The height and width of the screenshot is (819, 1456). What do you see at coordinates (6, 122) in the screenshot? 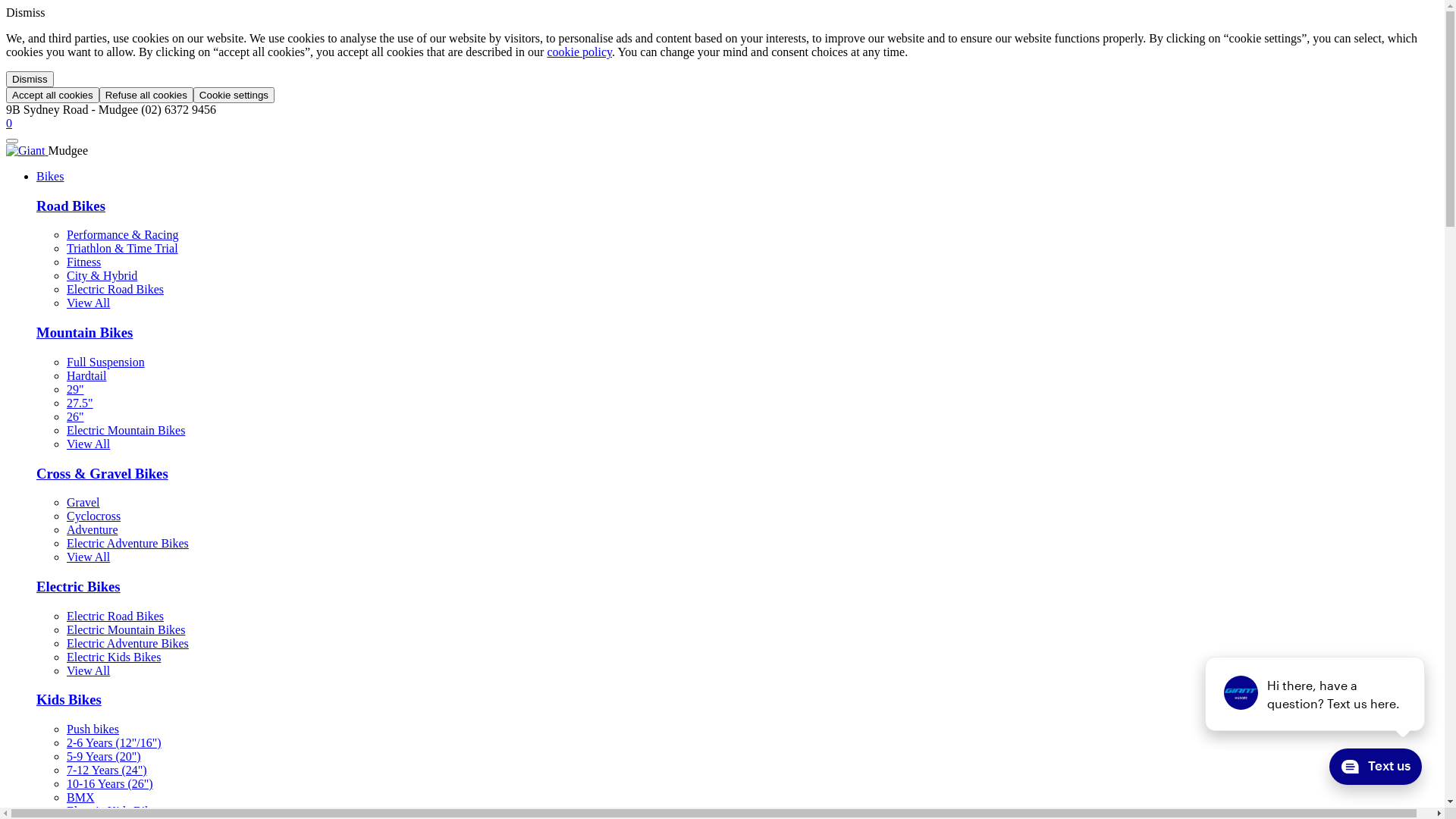
I see `'0'` at bounding box center [6, 122].